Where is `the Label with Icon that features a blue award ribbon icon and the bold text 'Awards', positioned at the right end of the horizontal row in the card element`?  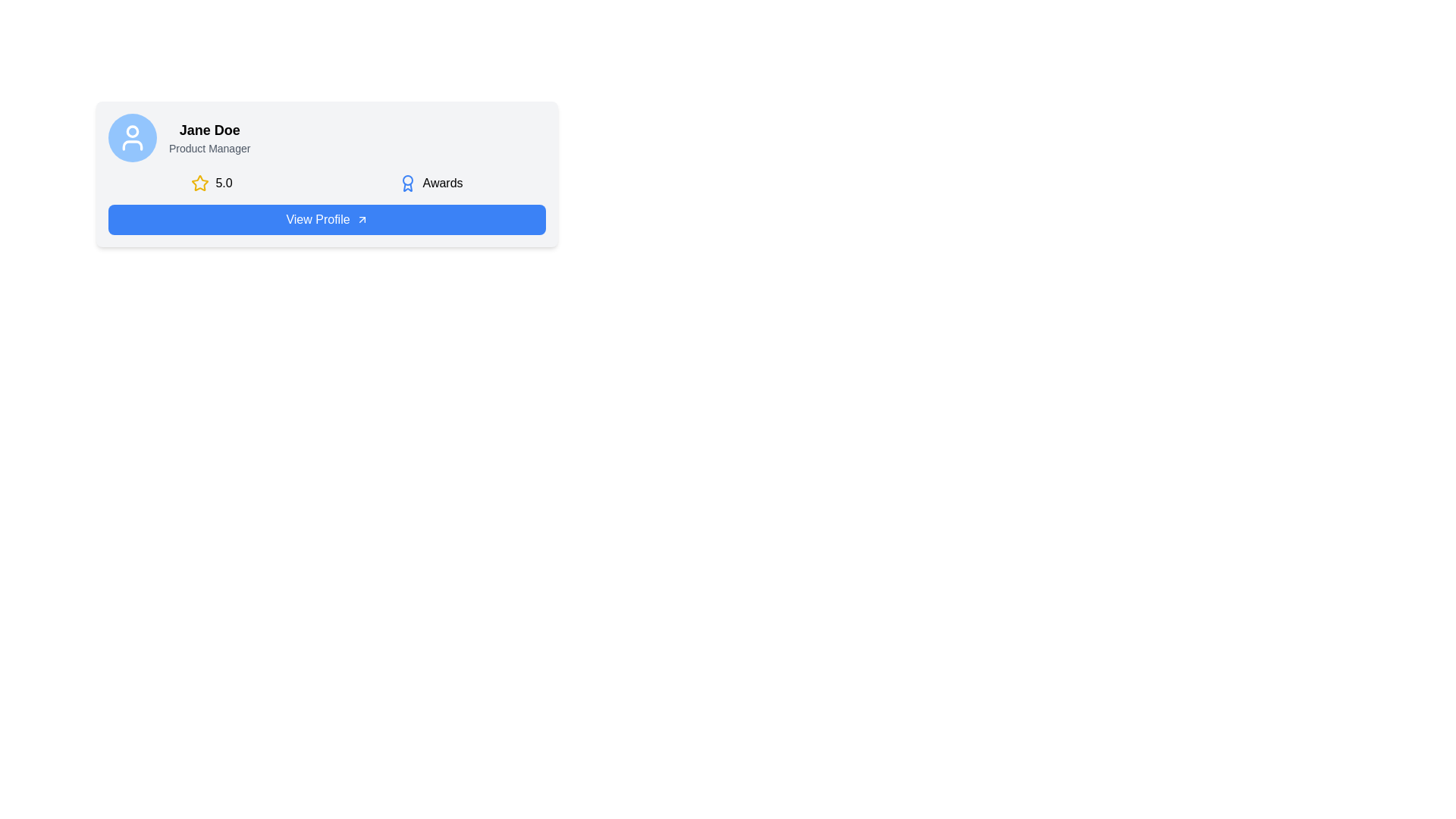 the Label with Icon that features a blue award ribbon icon and the bold text 'Awards', positioned at the right end of the horizontal row in the card element is located at coordinates (430, 183).